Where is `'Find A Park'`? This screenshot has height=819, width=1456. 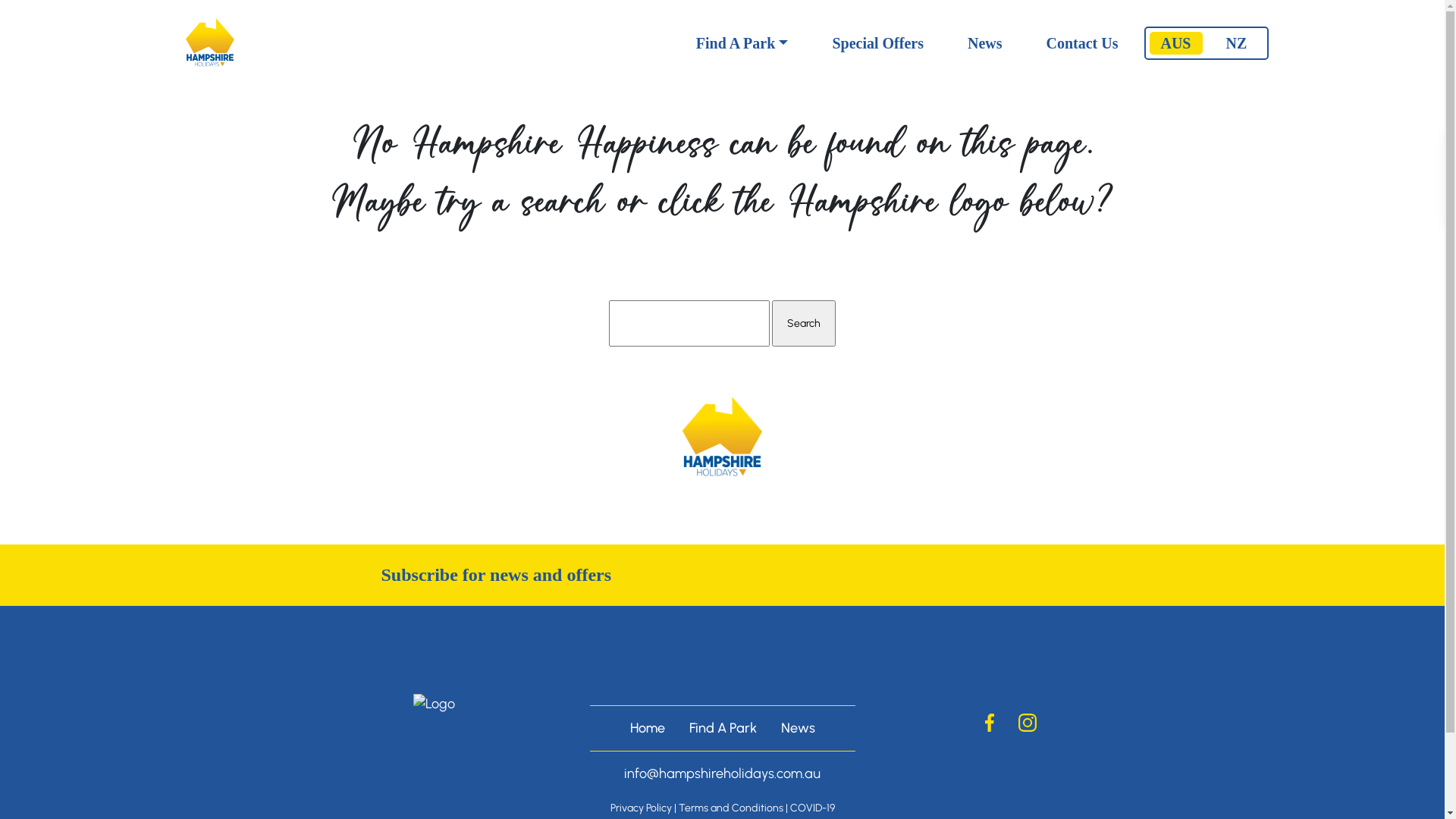
'Find A Park' is located at coordinates (742, 42).